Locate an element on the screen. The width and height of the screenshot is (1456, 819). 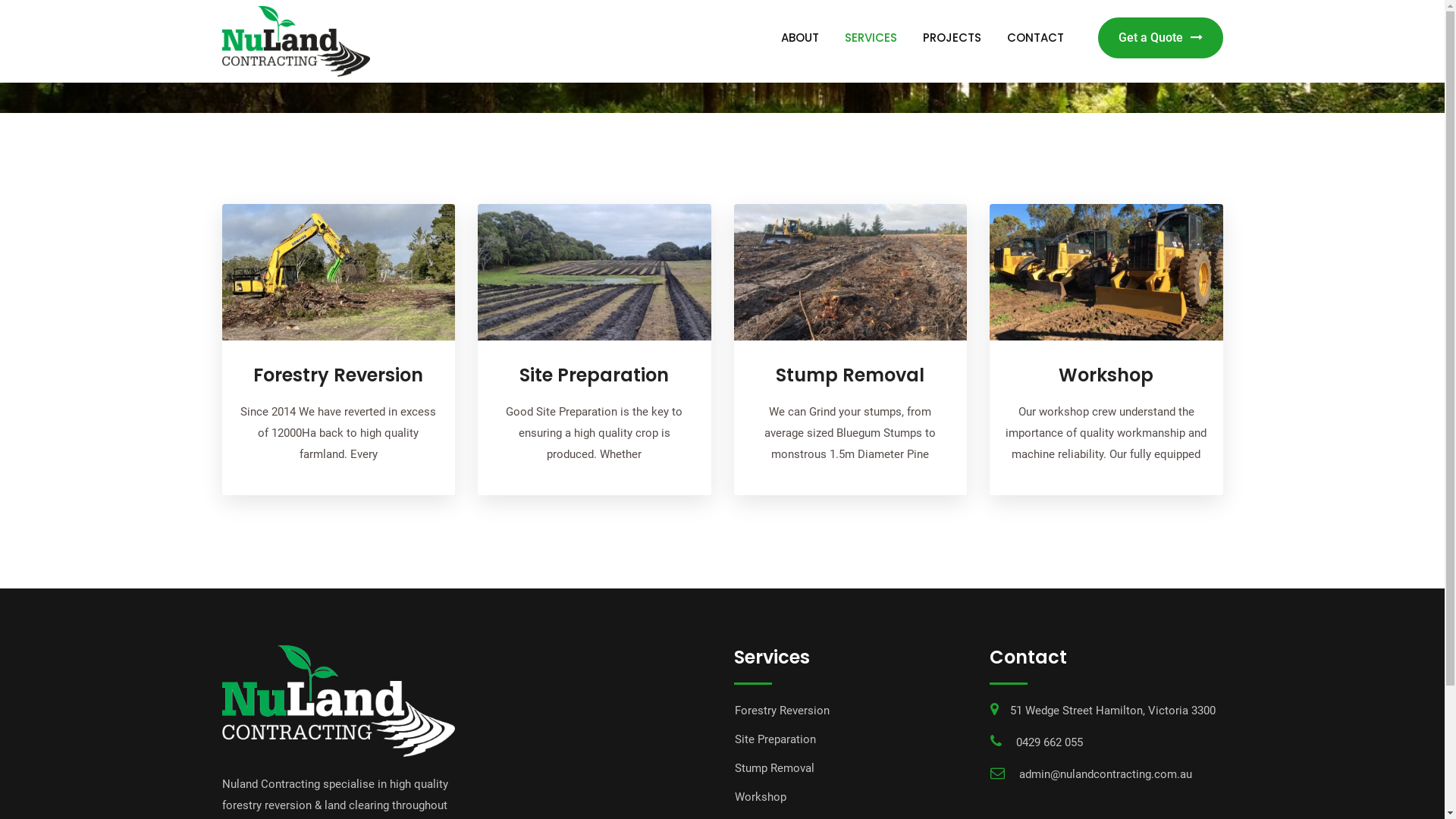
'PROJECTS' is located at coordinates (951, 37).